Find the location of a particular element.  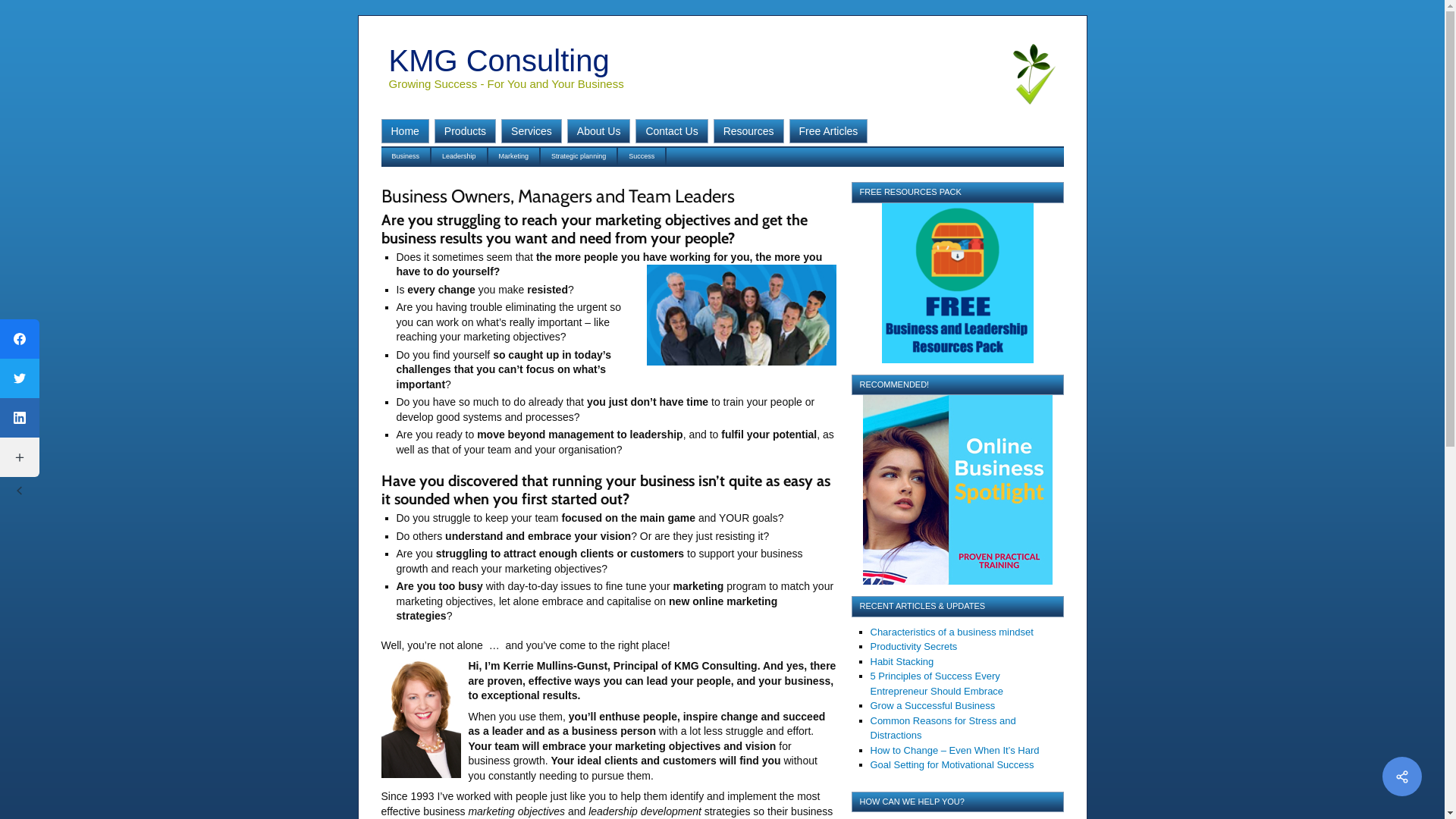

'Products' is located at coordinates (433, 130).